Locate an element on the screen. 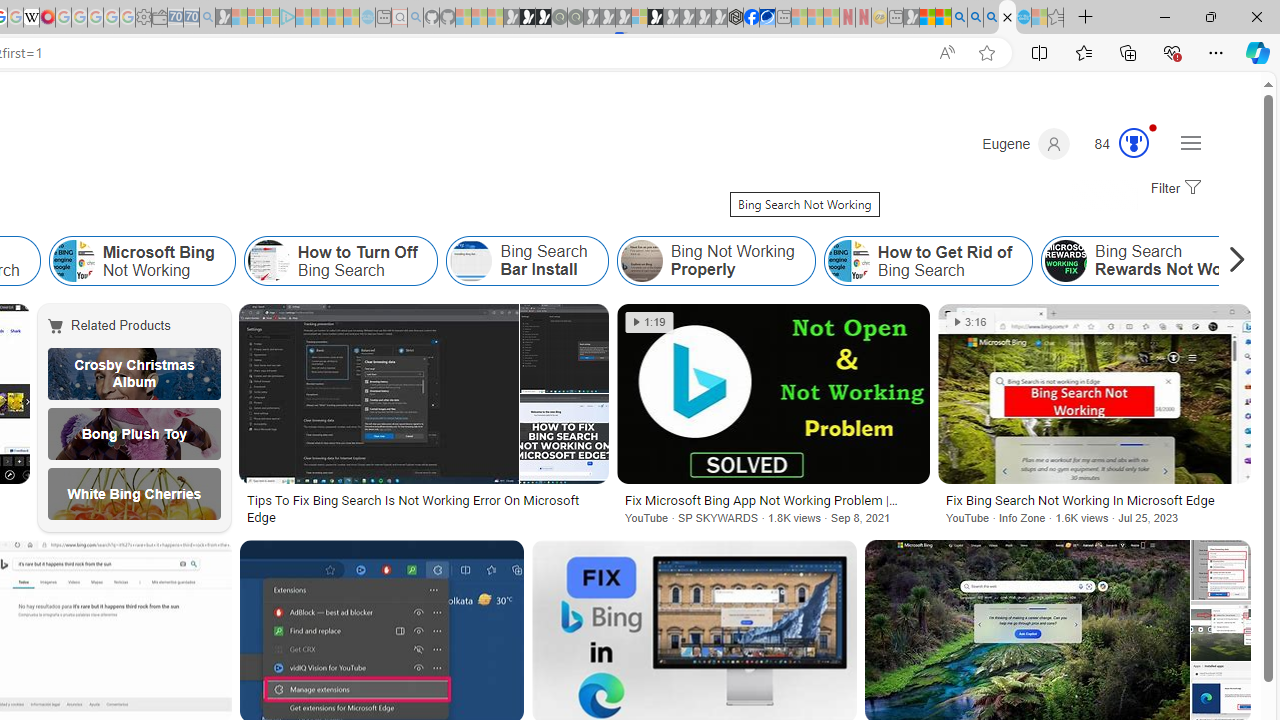 The width and height of the screenshot is (1280, 720). '2009 Bing officially replaced Live Search on June 3 - Search' is located at coordinates (975, 17).